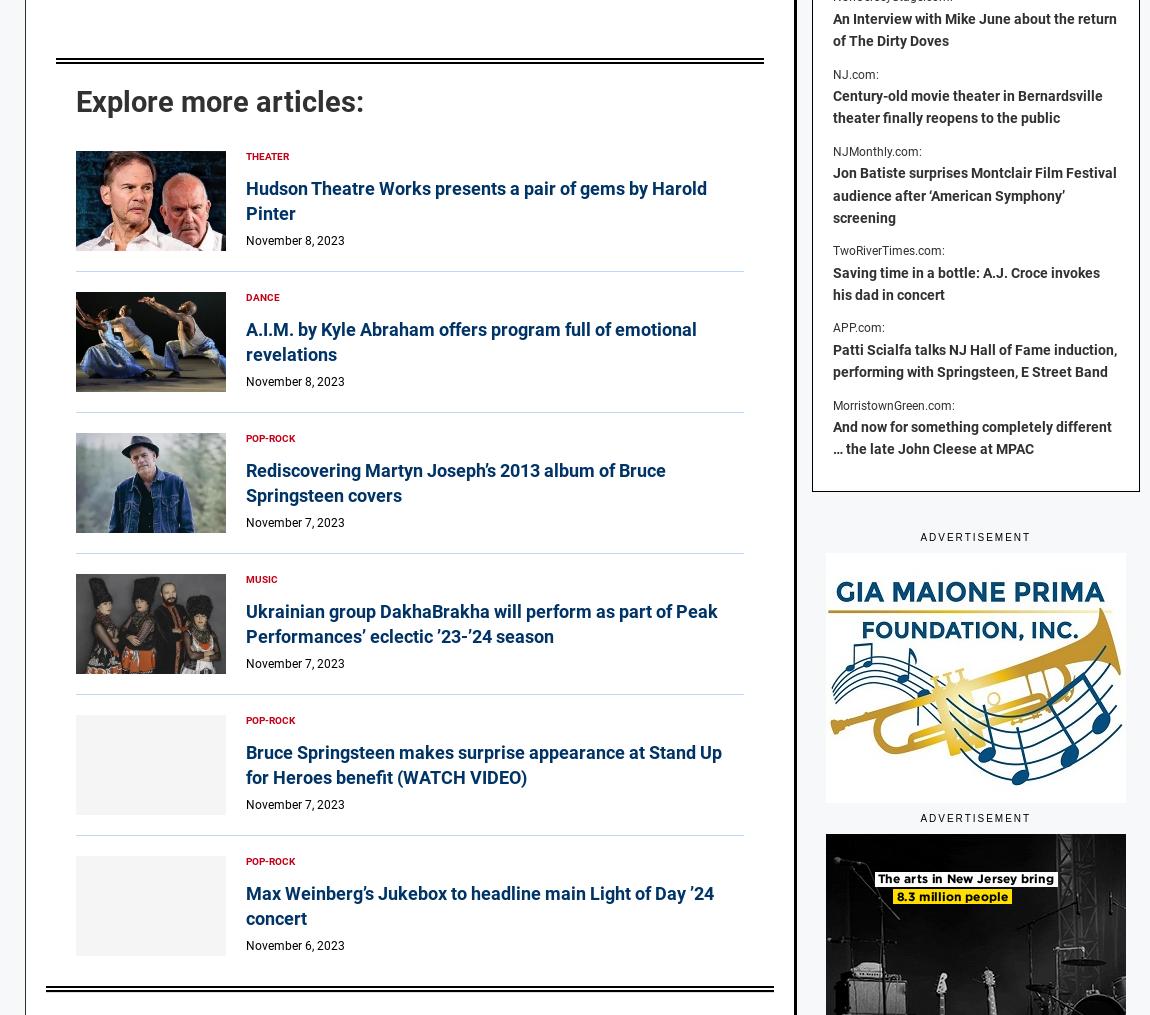 This screenshot has width=1150, height=1015. Describe the element at coordinates (244, 481) in the screenshot. I see `'Rediscovering Martyn Joseph’s 2013 album of Bruce Springsteen covers'` at that location.